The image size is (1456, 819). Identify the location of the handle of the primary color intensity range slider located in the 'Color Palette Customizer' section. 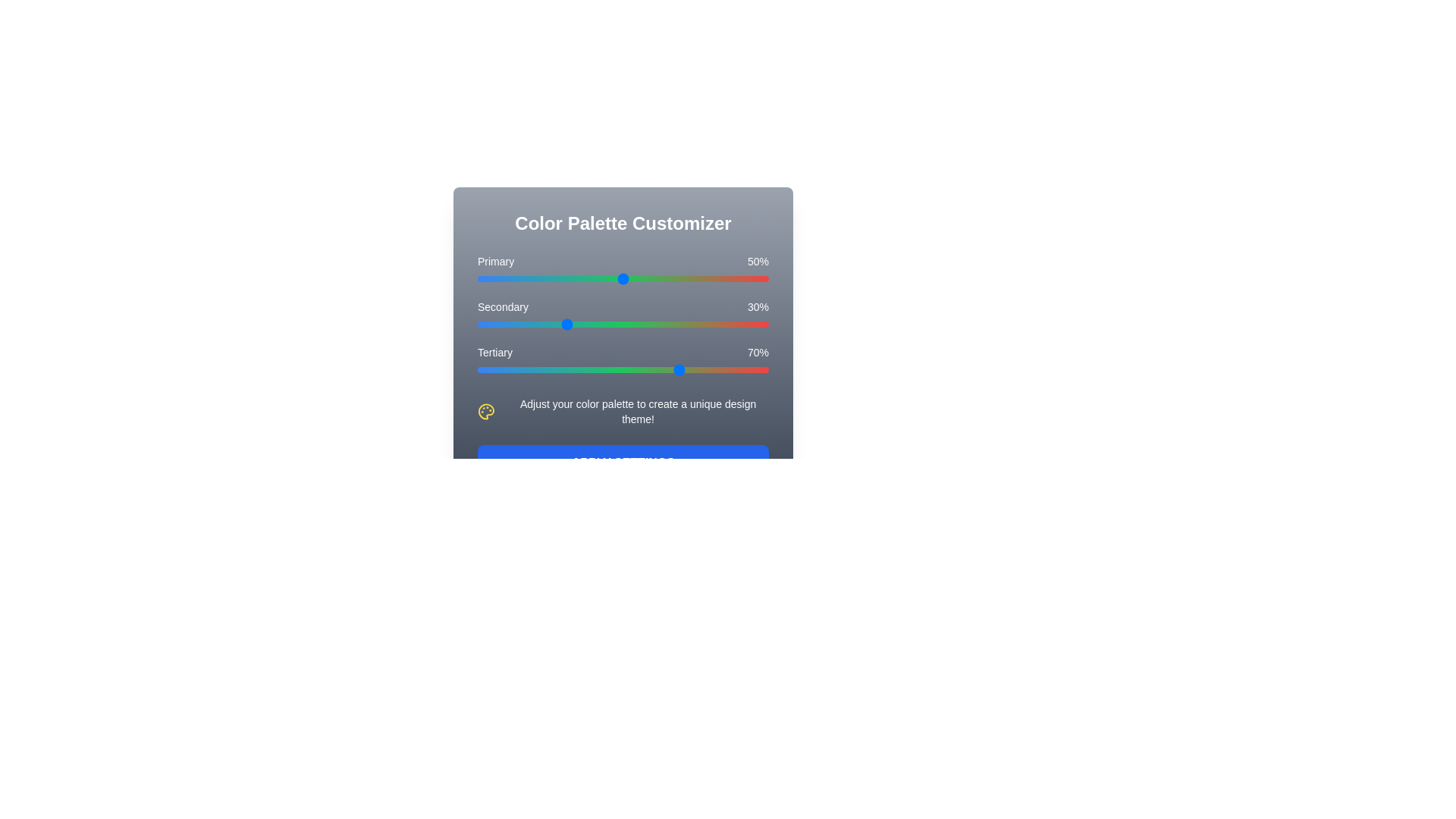
(623, 270).